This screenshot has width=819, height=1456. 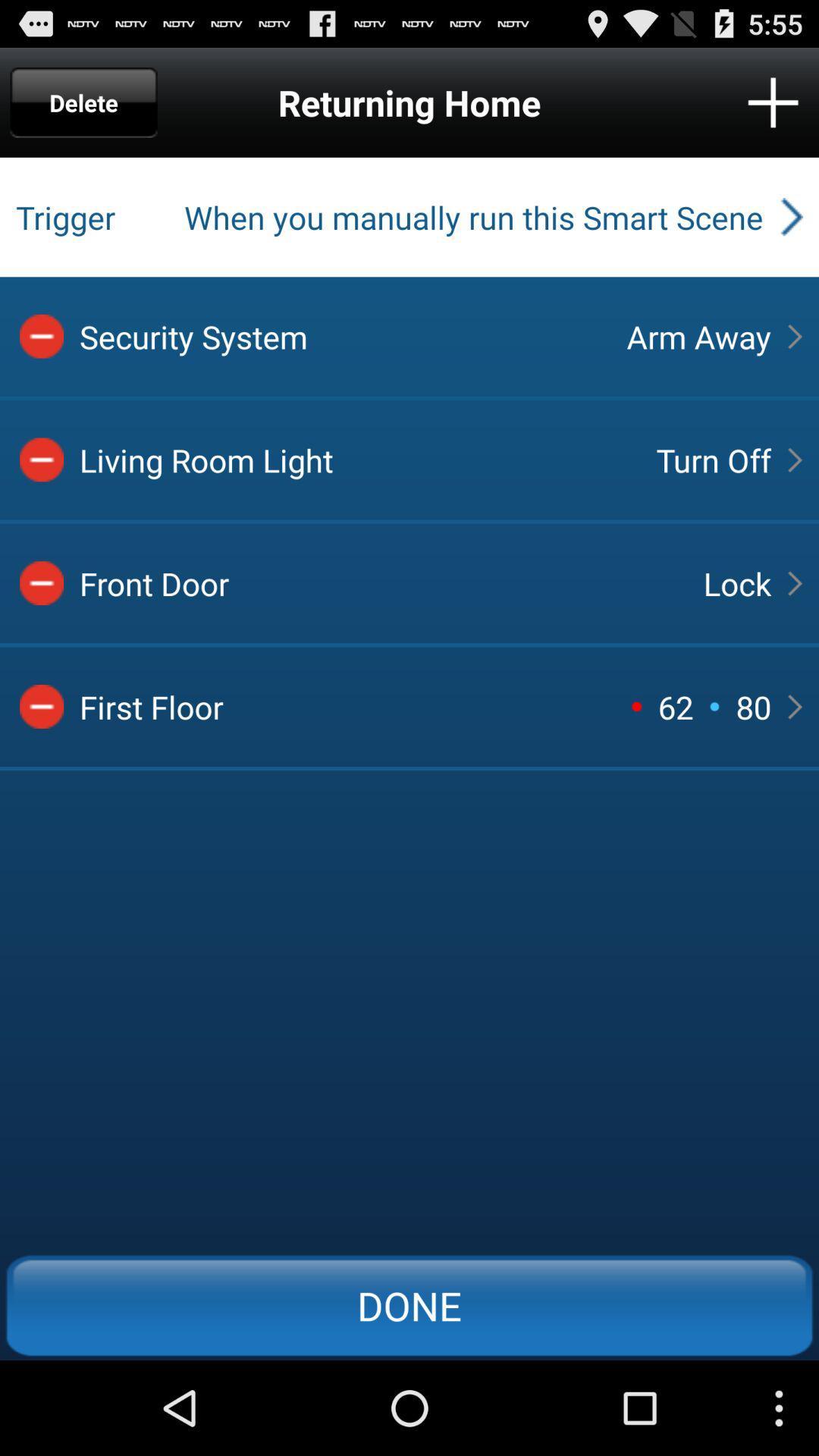 What do you see at coordinates (41, 705) in the screenshot?
I see `delete` at bounding box center [41, 705].